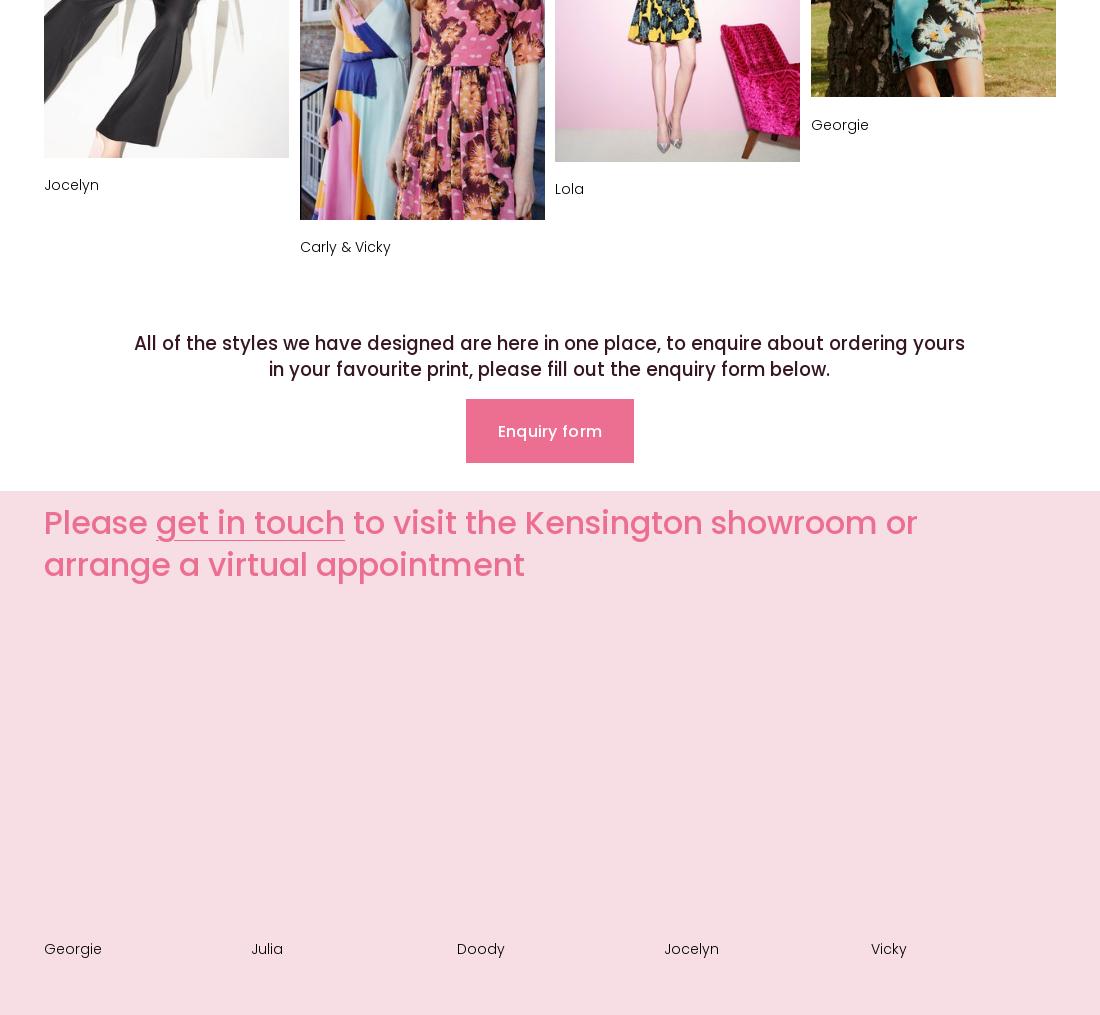  Describe the element at coordinates (887, 948) in the screenshot. I see `'Vicky'` at that location.